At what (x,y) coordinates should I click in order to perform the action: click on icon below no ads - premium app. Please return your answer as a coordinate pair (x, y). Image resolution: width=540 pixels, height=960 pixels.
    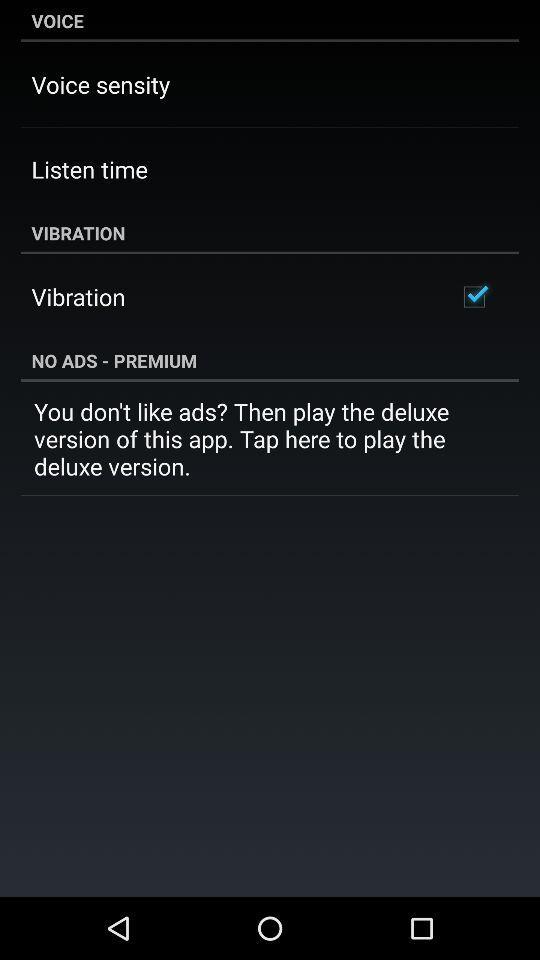
    Looking at the image, I should click on (270, 438).